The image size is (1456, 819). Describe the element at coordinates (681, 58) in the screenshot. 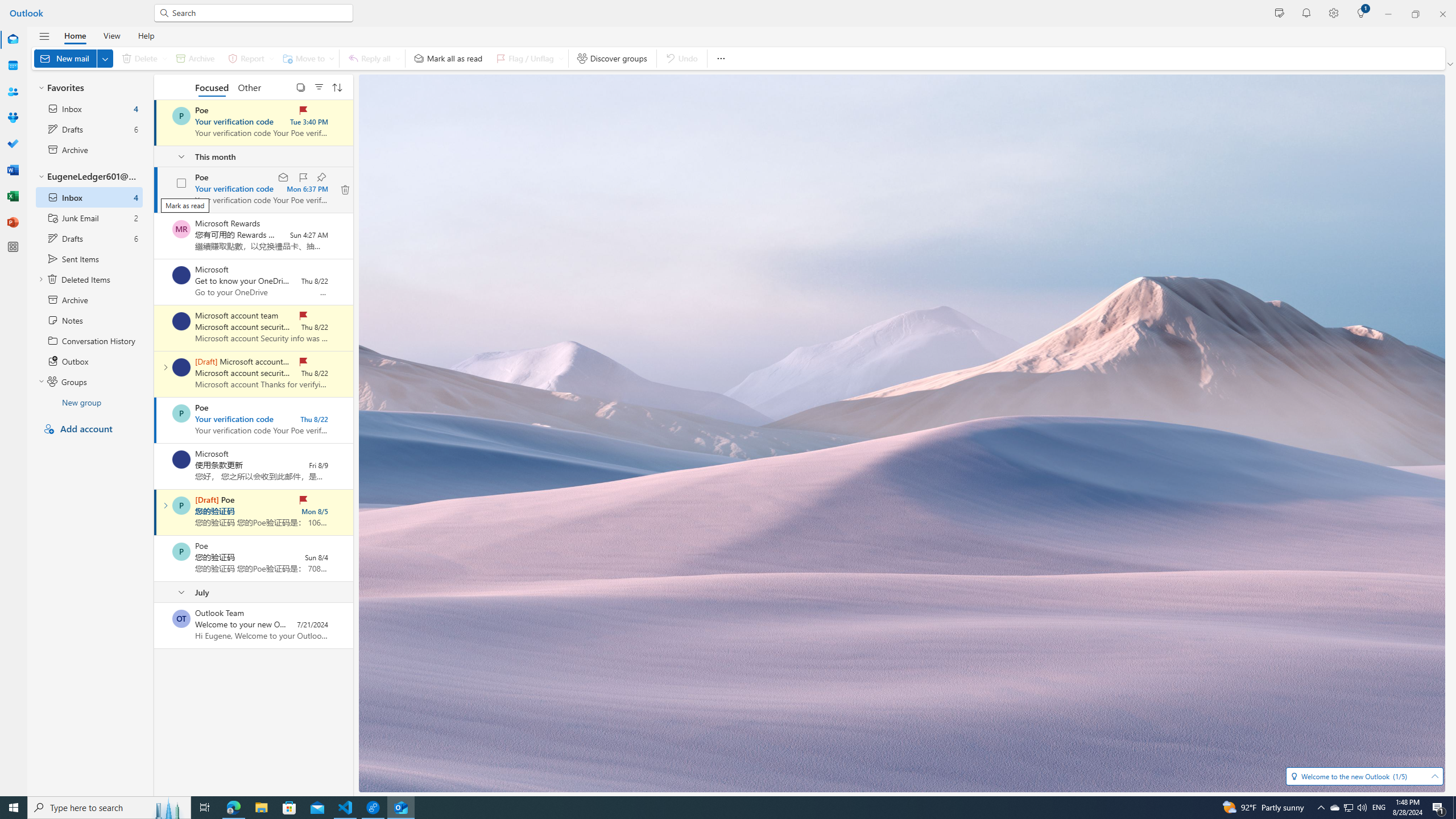

I see `'Undo'` at that location.